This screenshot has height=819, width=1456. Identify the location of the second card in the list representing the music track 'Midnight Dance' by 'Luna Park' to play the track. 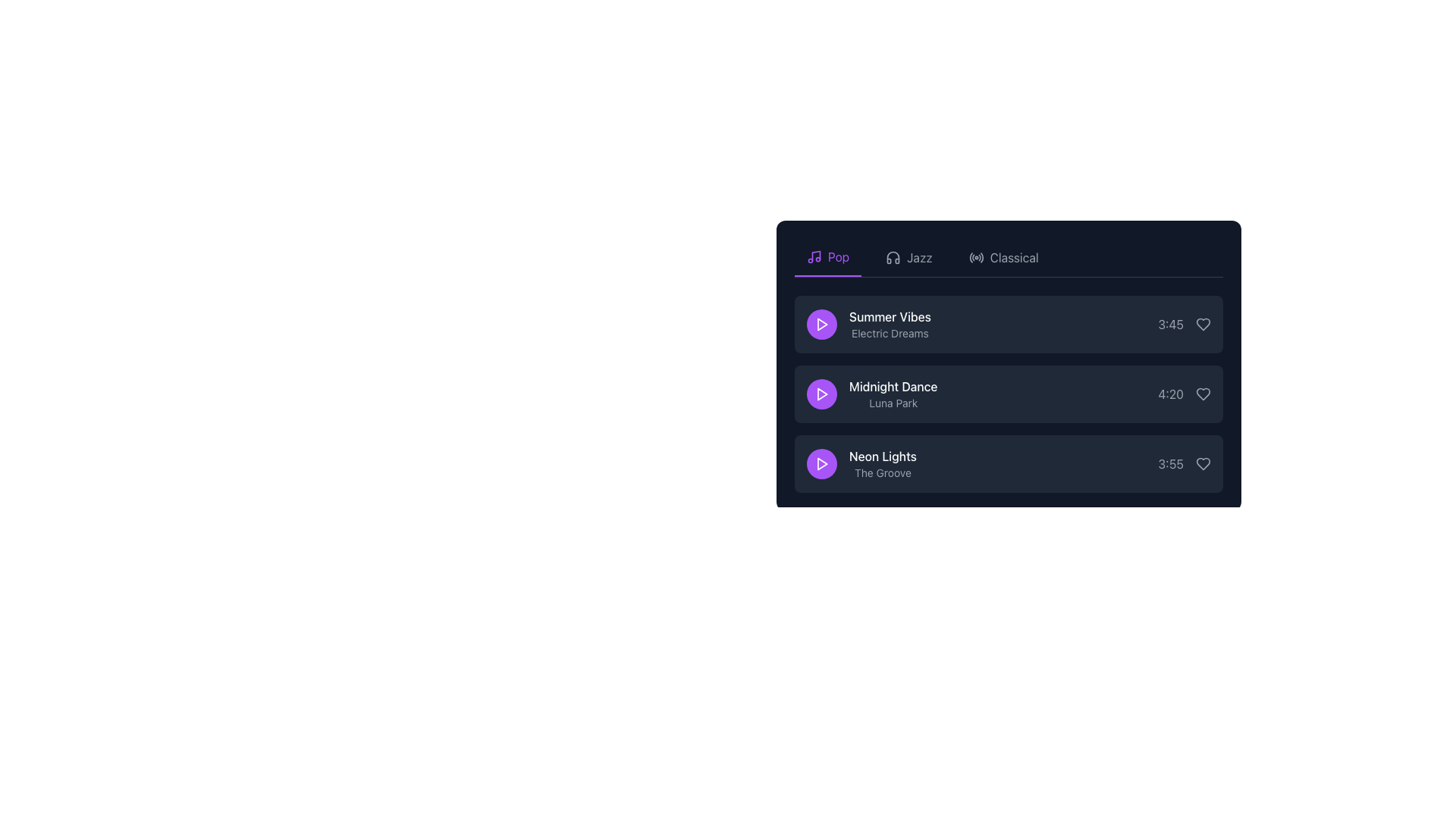
(1009, 366).